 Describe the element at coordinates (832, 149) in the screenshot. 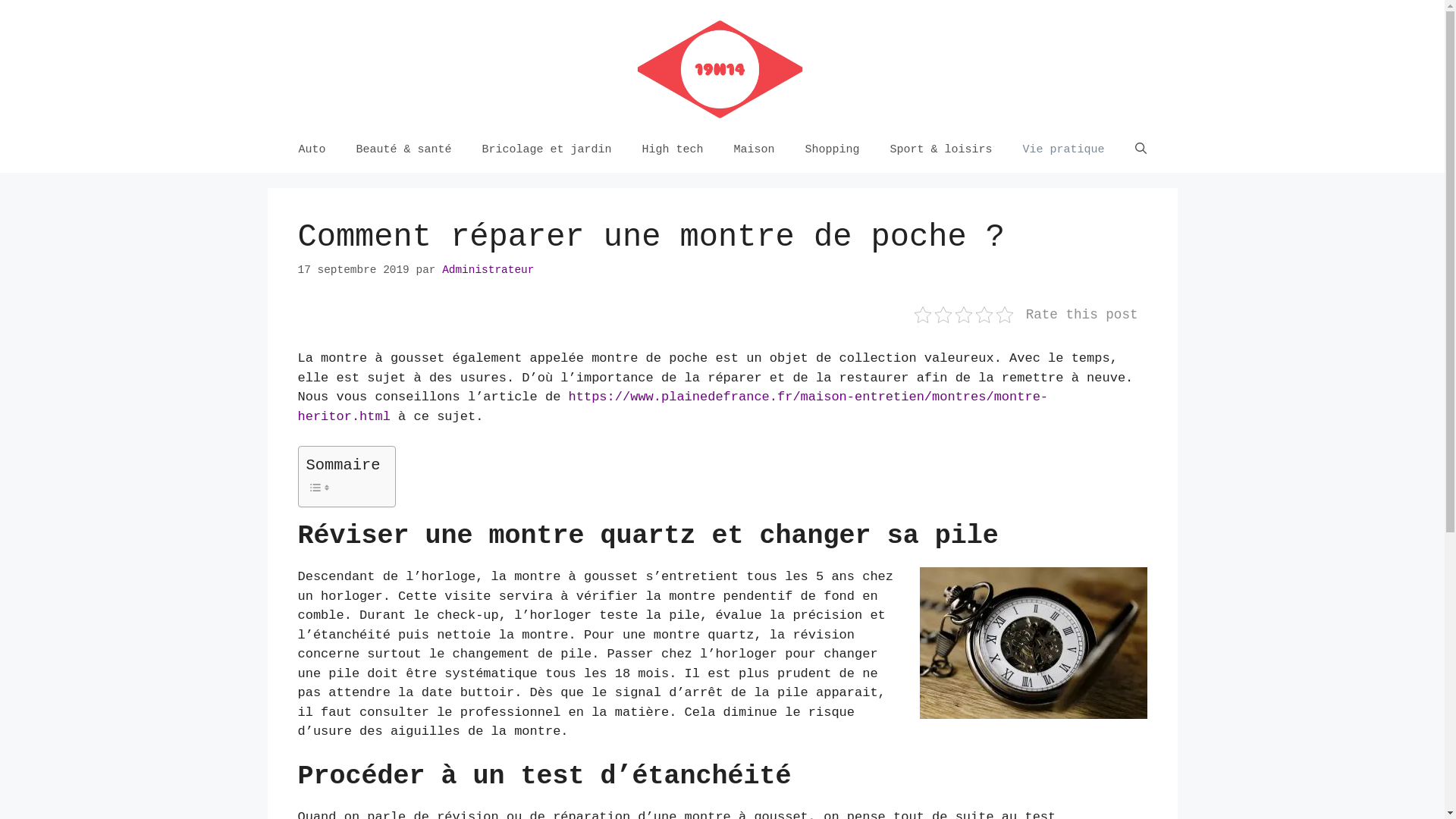

I see `'Shopping'` at that location.